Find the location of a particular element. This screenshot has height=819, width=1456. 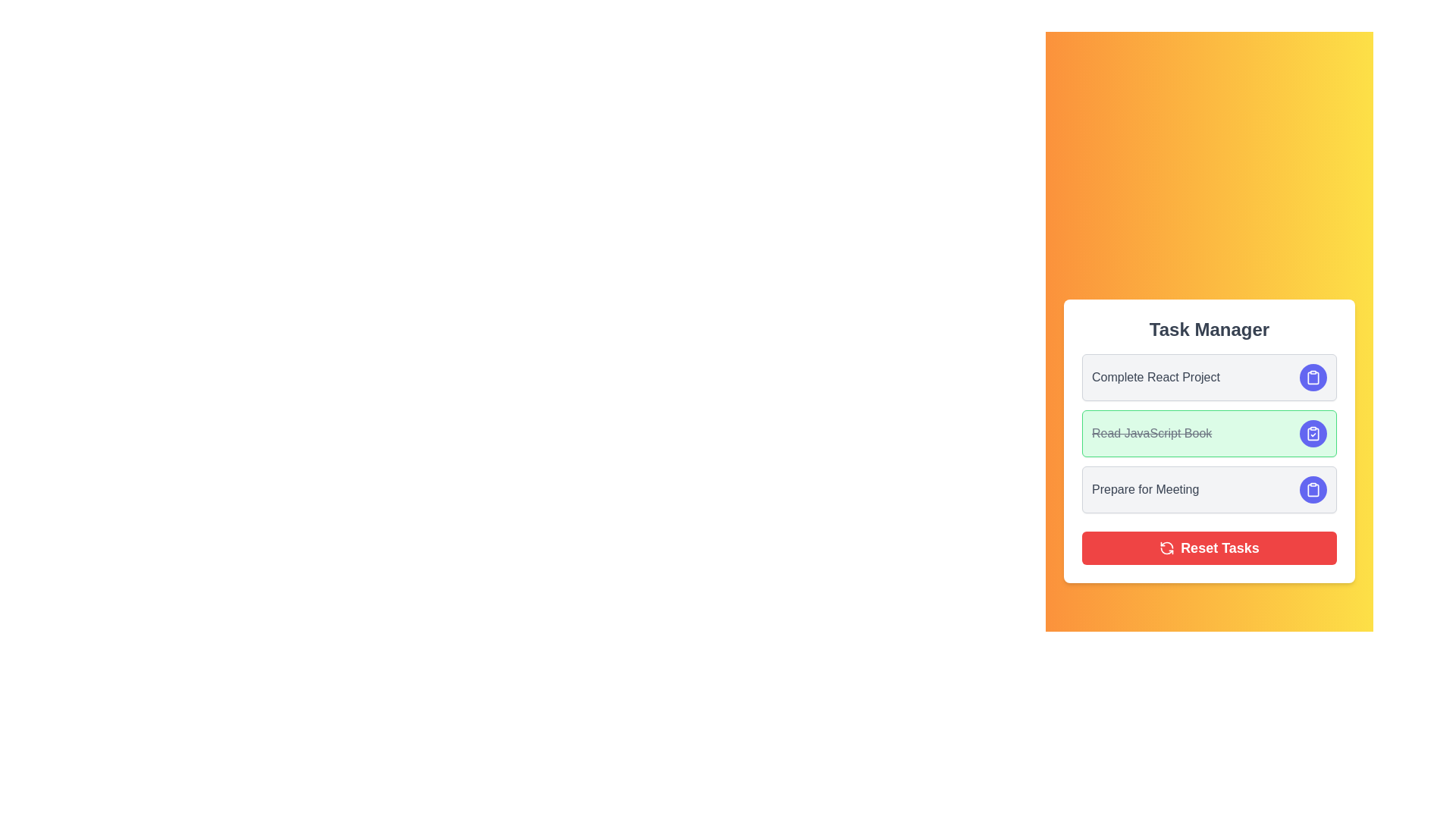

the button located to the far right of the 'Complete React Project' item in the task list to observe the hover effect is located at coordinates (1313, 376).